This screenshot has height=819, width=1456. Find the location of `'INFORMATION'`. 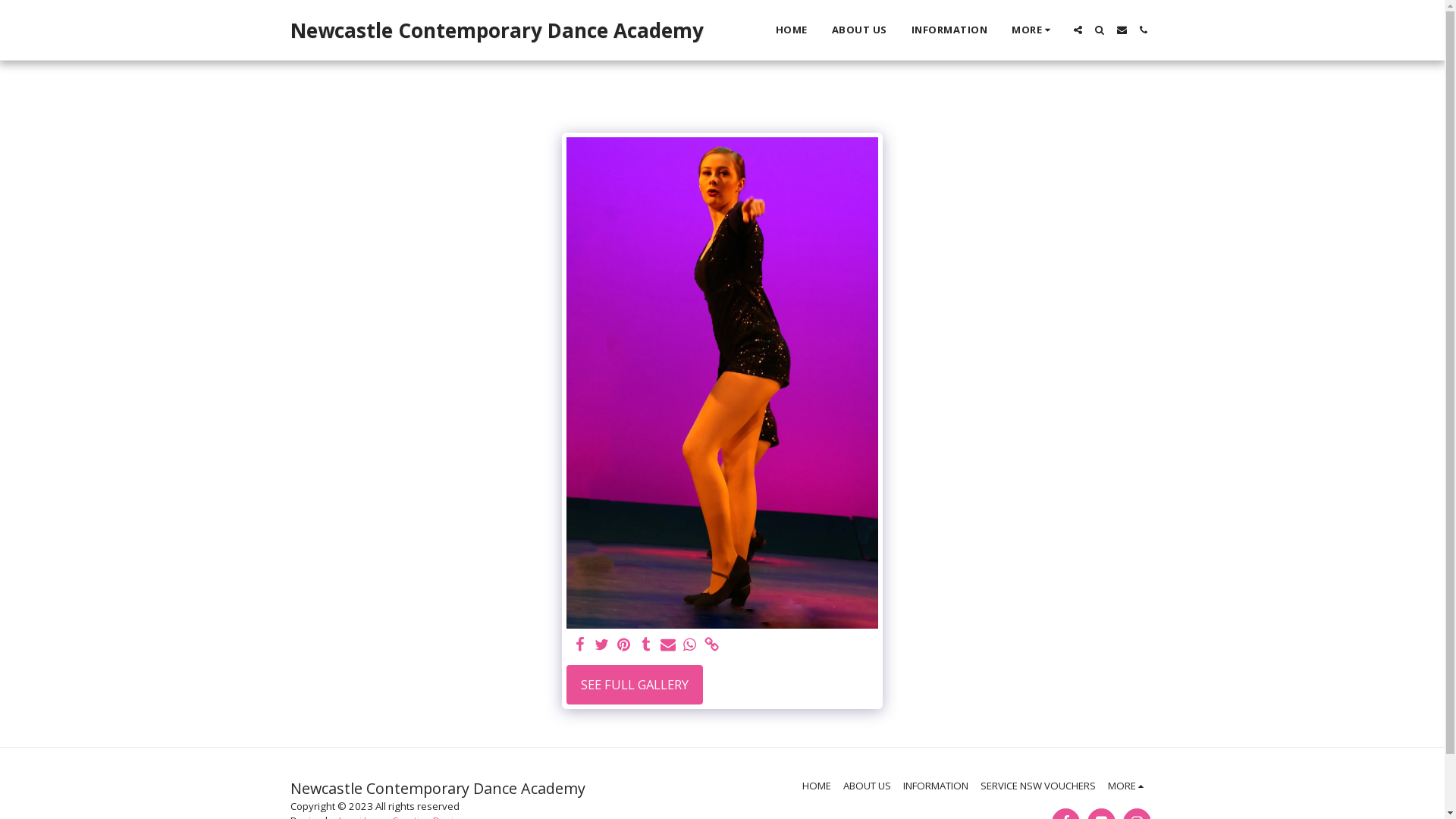

'INFORMATION' is located at coordinates (934, 785).